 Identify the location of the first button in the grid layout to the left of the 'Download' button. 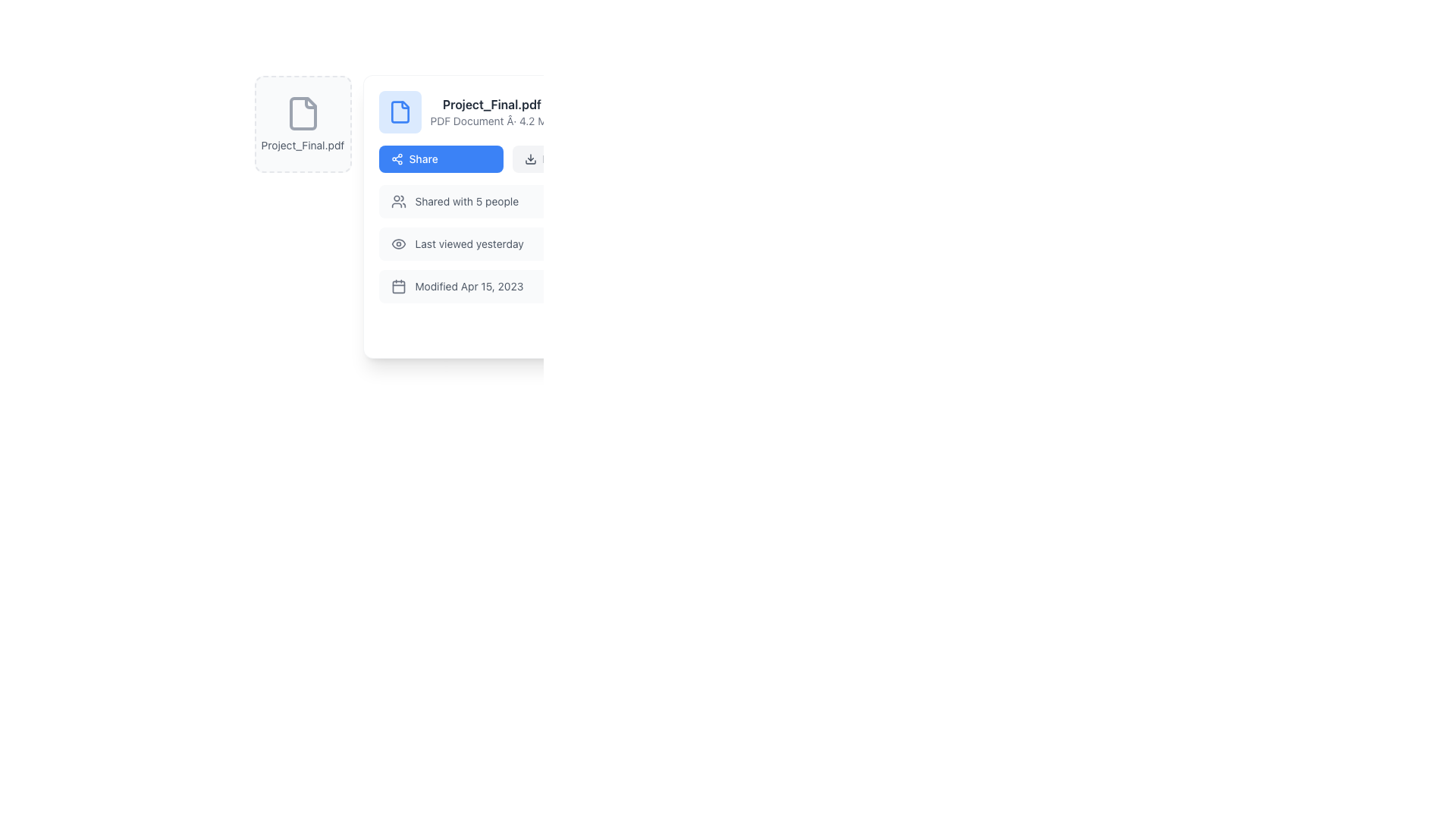
(440, 158).